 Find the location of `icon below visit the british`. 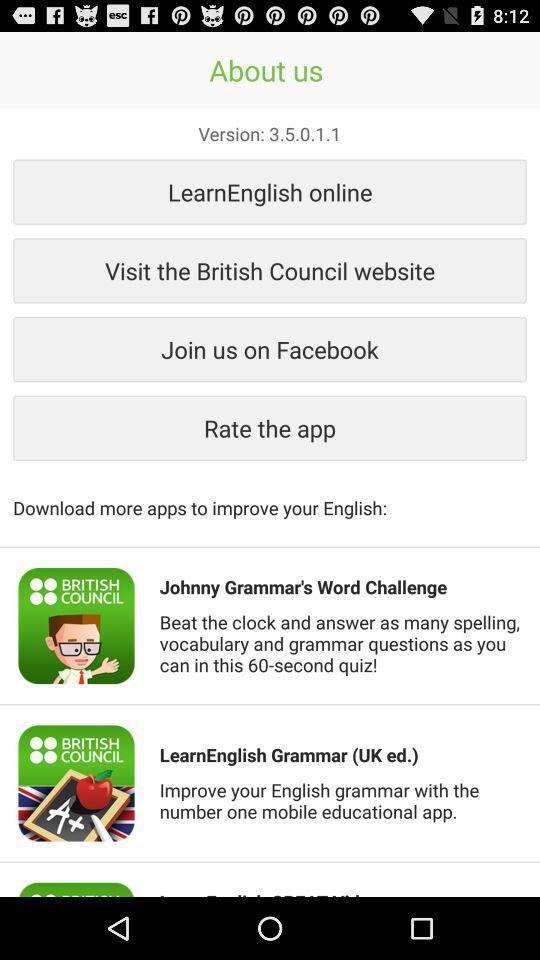

icon below visit the british is located at coordinates (270, 349).